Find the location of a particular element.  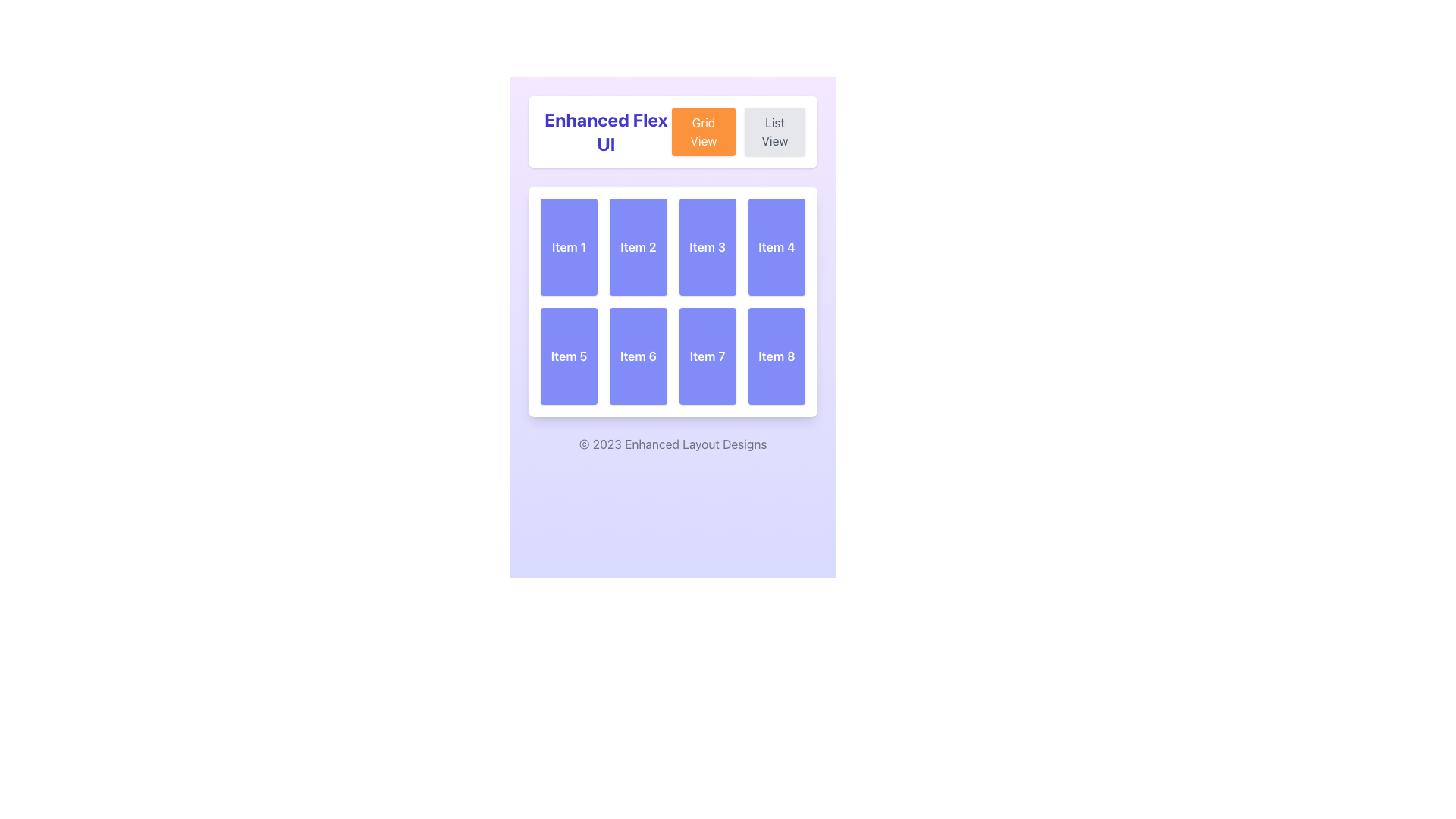

the fourth grid item located at the top right corner of the grid is located at coordinates (777, 246).